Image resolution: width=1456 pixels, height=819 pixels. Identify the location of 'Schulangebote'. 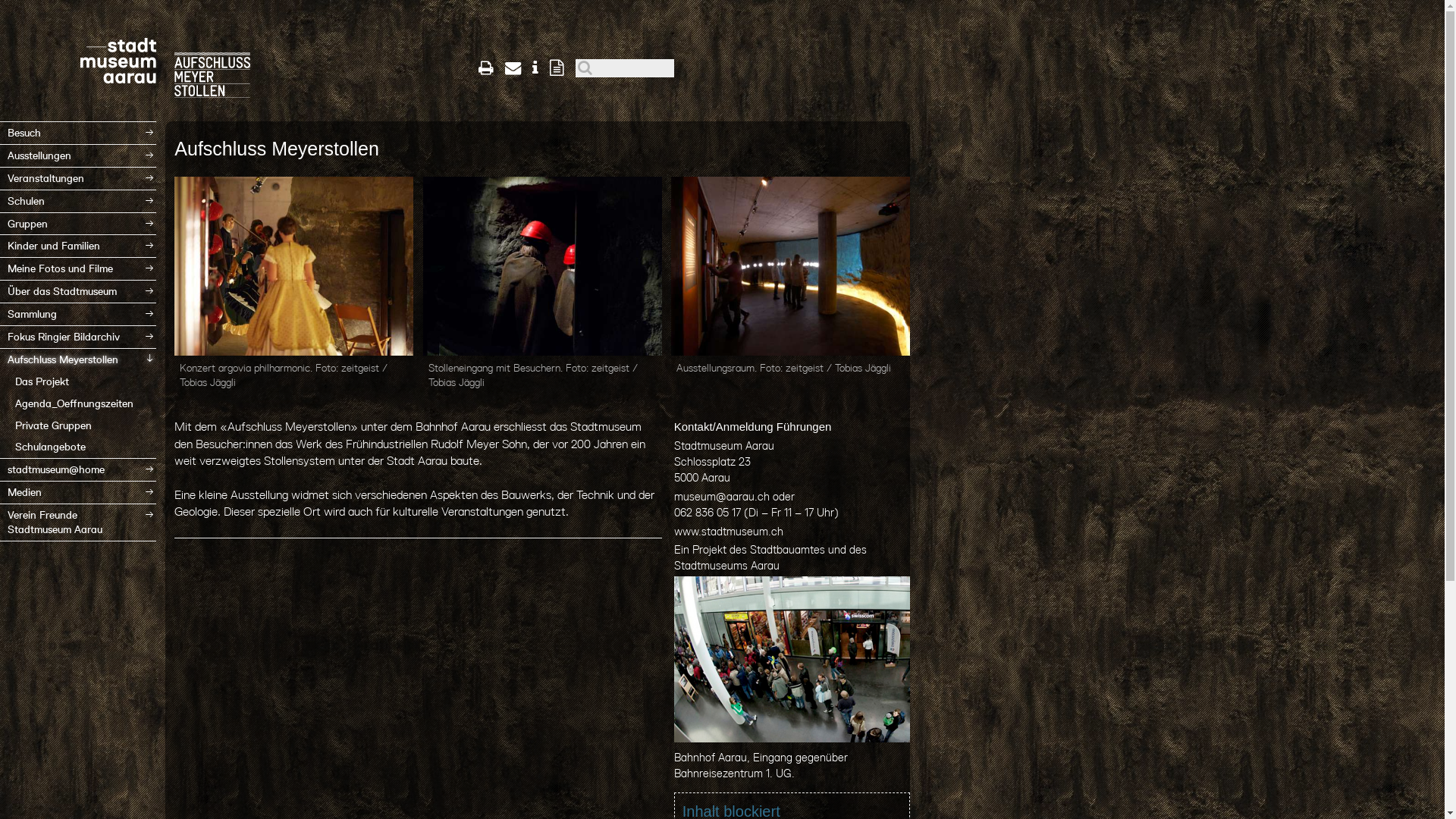
(77, 446).